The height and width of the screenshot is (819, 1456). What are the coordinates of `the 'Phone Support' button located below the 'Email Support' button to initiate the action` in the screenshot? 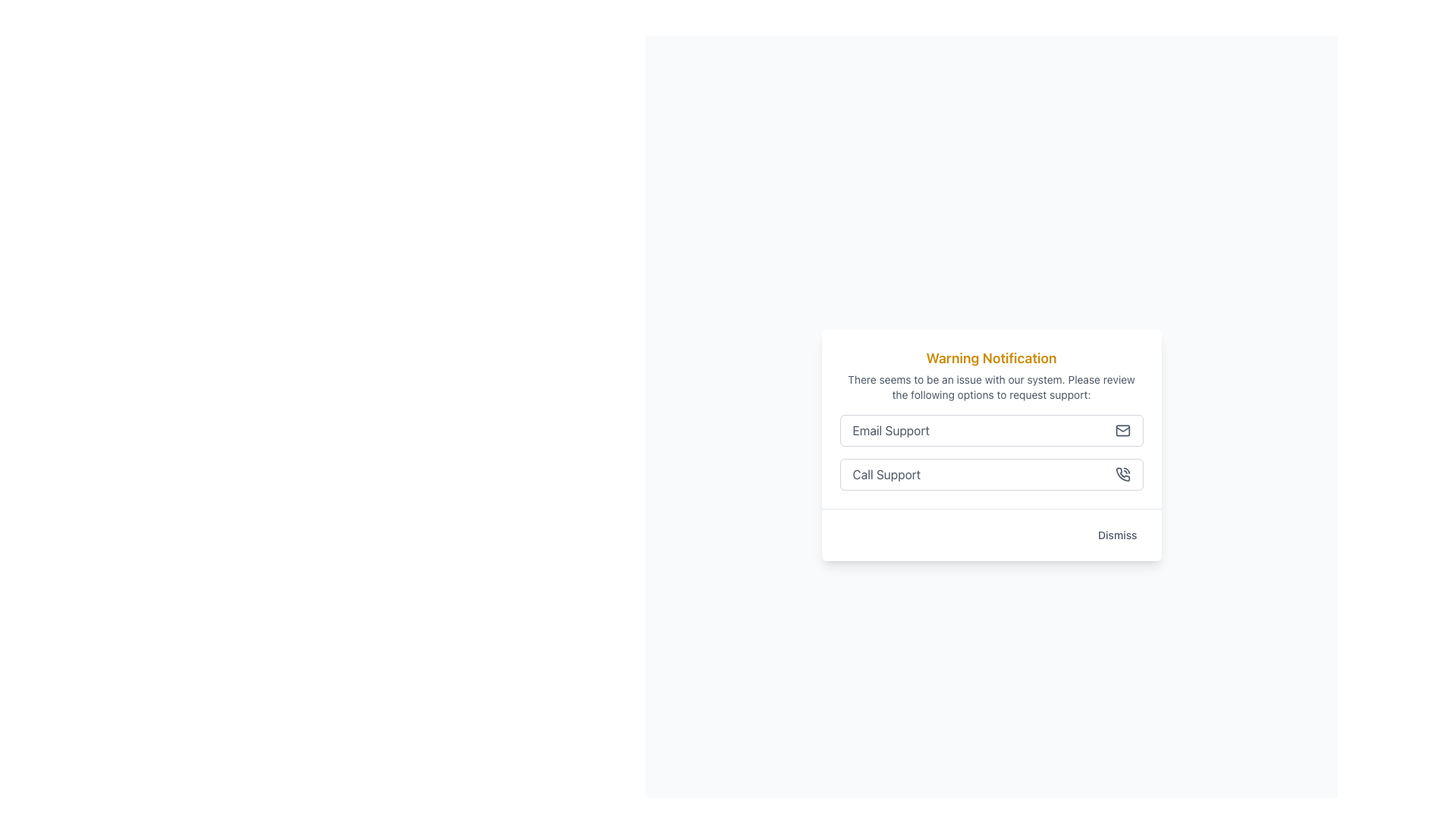 It's located at (991, 473).